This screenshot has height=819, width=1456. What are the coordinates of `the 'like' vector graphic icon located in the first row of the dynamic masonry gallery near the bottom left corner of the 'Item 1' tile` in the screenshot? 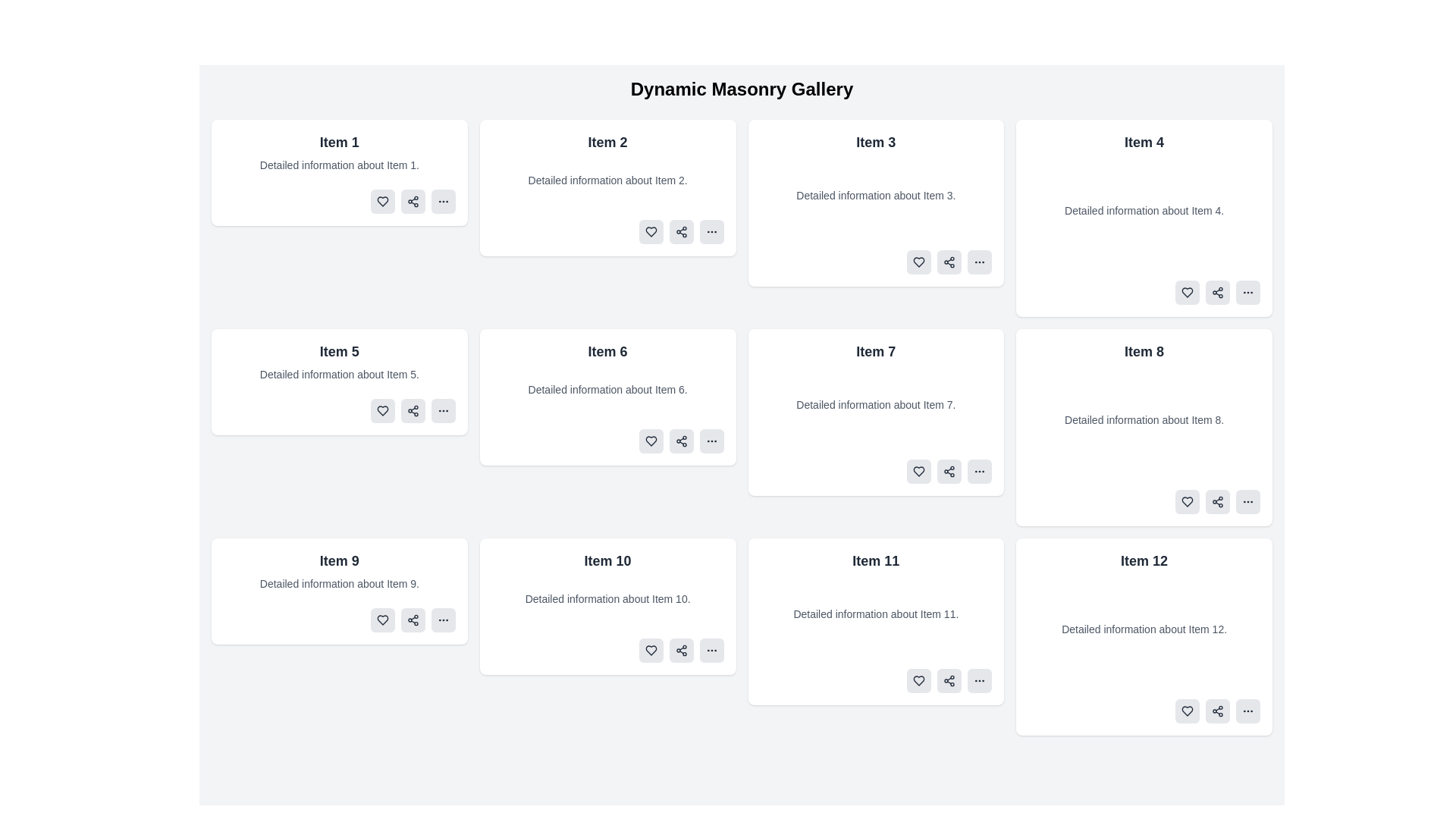 It's located at (382, 201).